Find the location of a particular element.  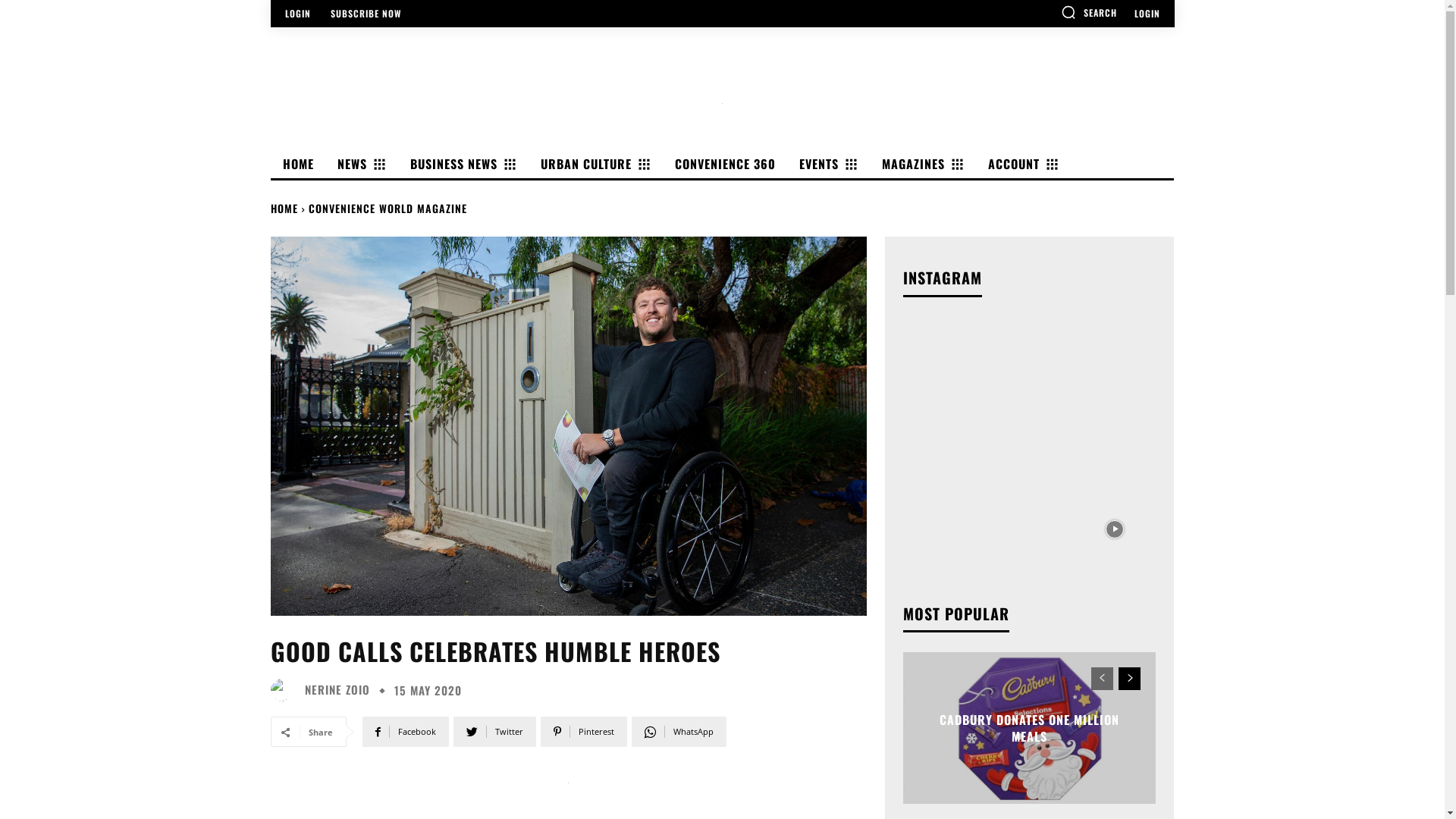

'CADBURY DONATES ONE MILLION MEALS' is located at coordinates (1029, 726).